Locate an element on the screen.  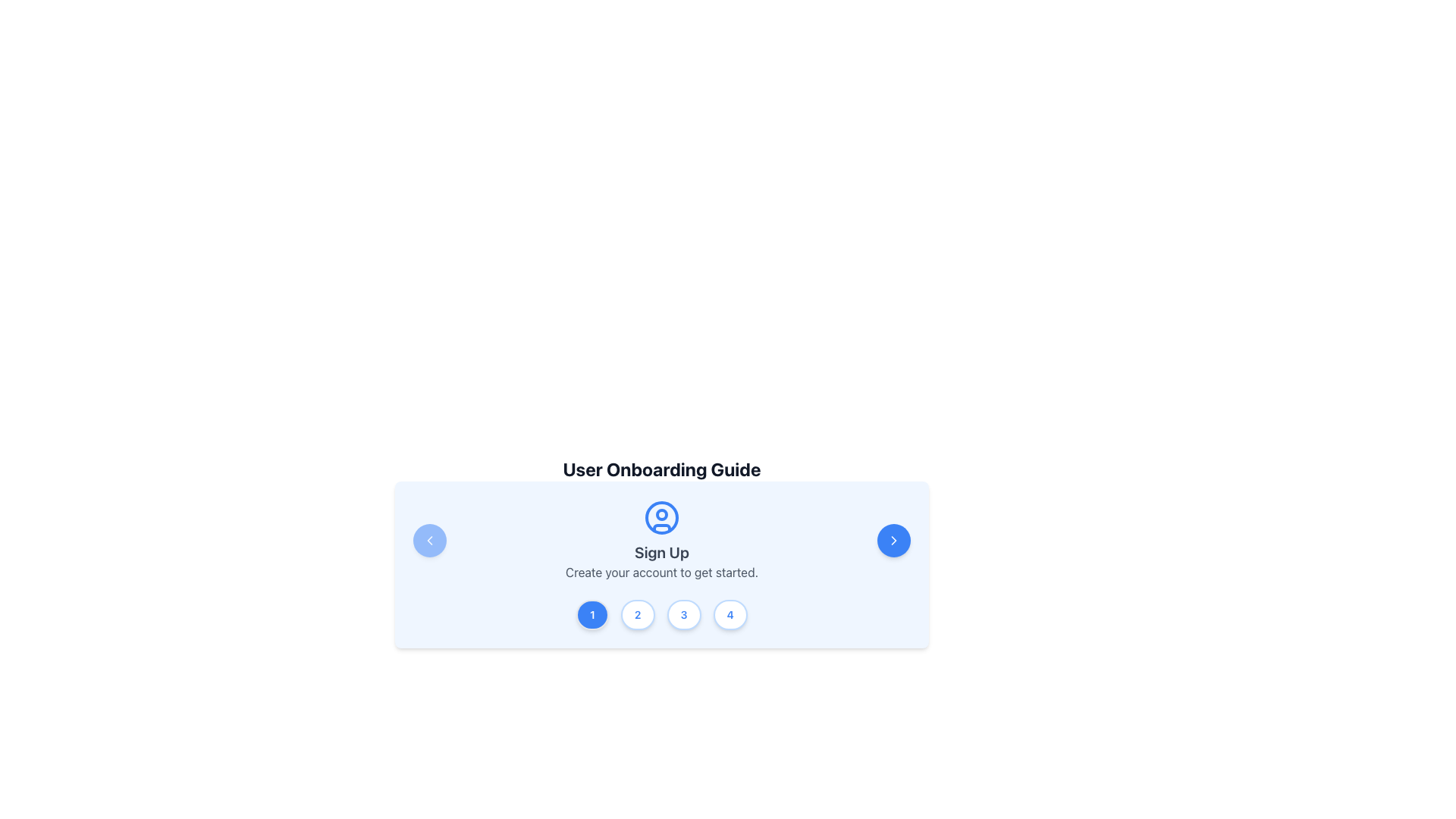
text in the Header Section that includes the heading 'Sign Up' and the subtext 'Create your account to get started.' is located at coordinates (662, 540).